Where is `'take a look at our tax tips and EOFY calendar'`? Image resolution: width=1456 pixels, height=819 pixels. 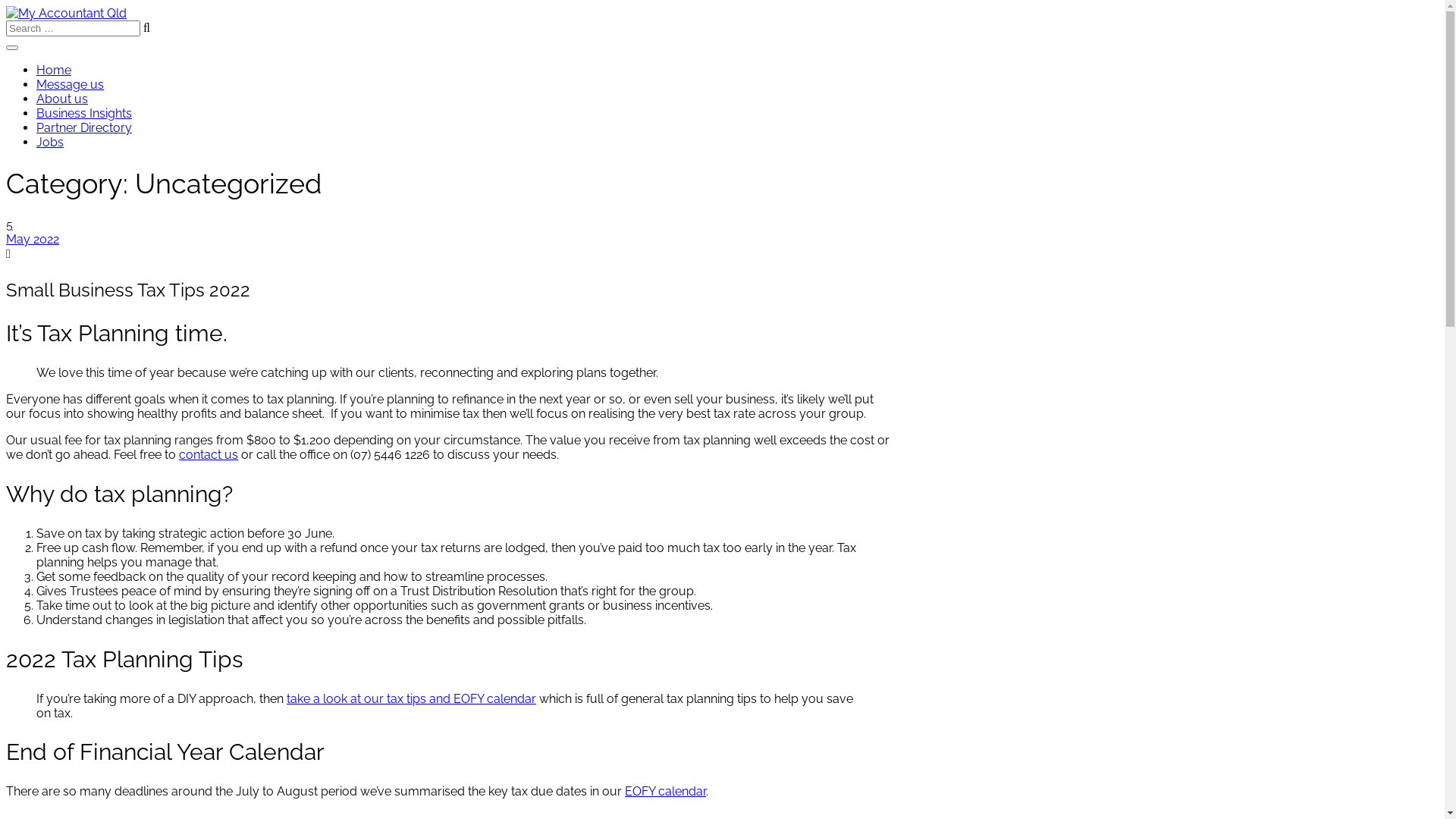 'take a look at our tax tips and EOFY calendar' is located at coordinates (411, 698).